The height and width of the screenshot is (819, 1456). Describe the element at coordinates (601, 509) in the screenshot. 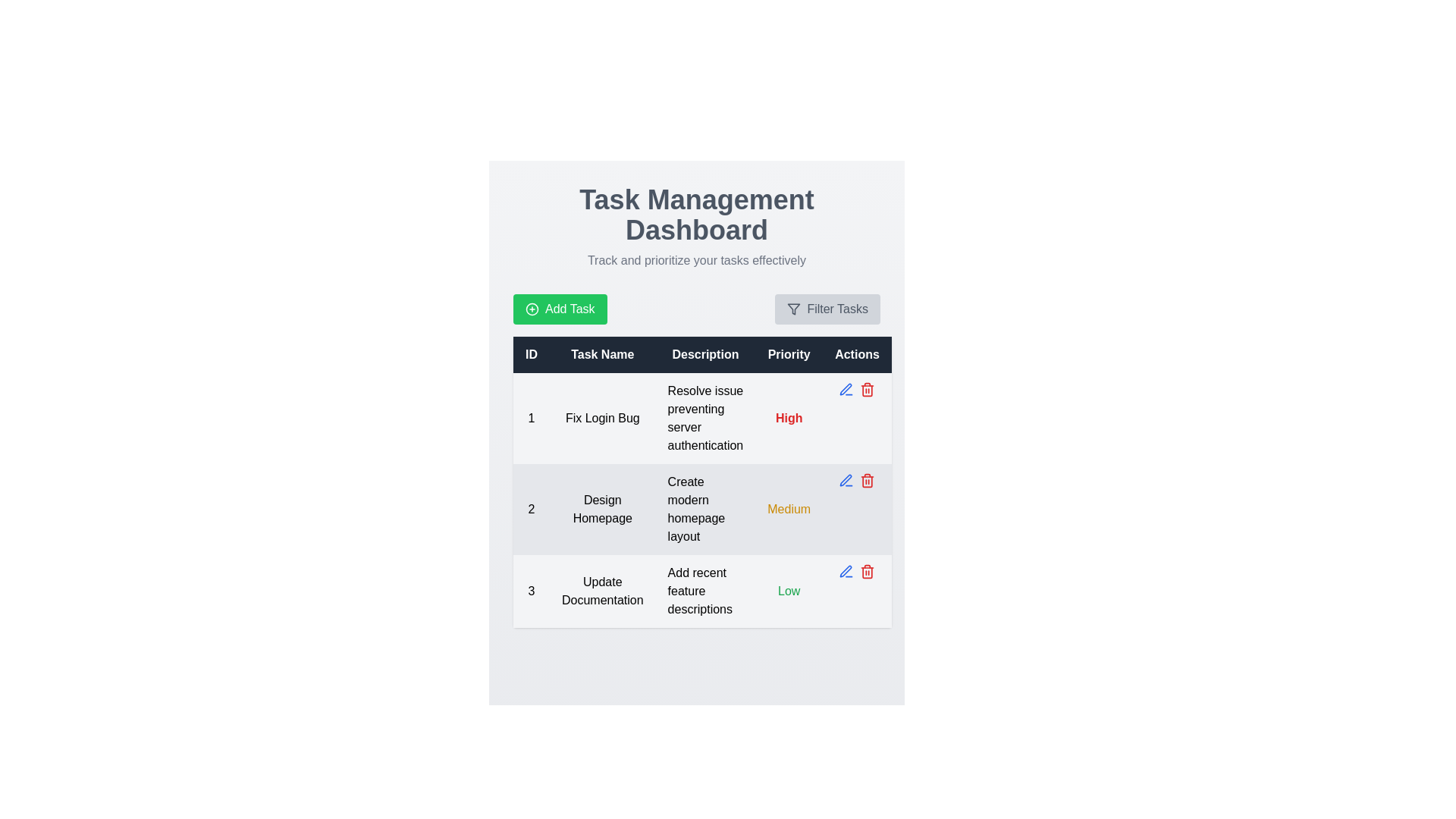

I see `the text label in the second cell of the 'Task Name' column for the task with ID '2', which identifies the task as 'Create modern homepage layout'` at that location.